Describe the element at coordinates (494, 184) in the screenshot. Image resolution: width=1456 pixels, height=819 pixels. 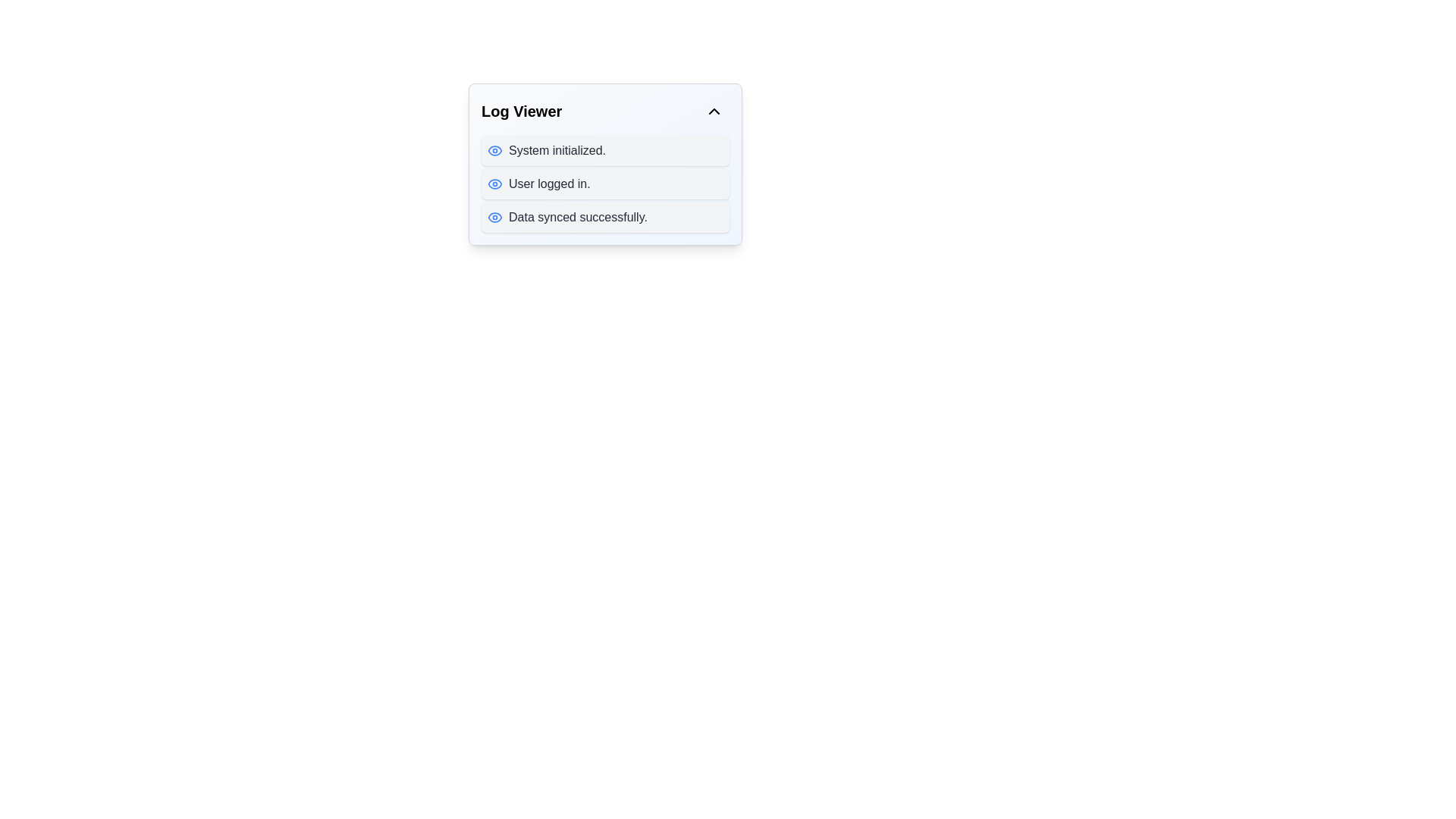
I see `the visibility icon located to the left of the text 'User logged in.' in the second log entry of the log viewer to interact or reveal additional information` at that location.